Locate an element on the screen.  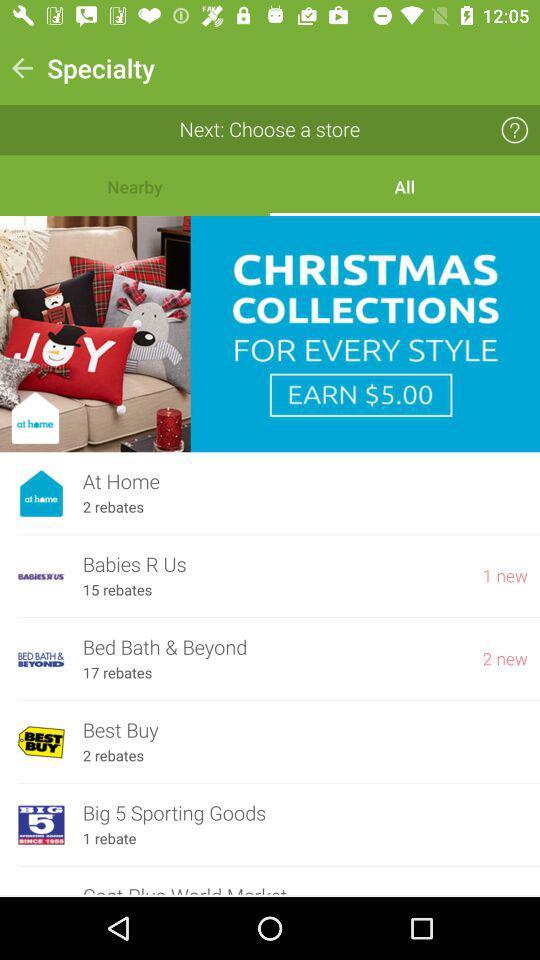
the 15 rebates item is located at coordinates (117, 590).